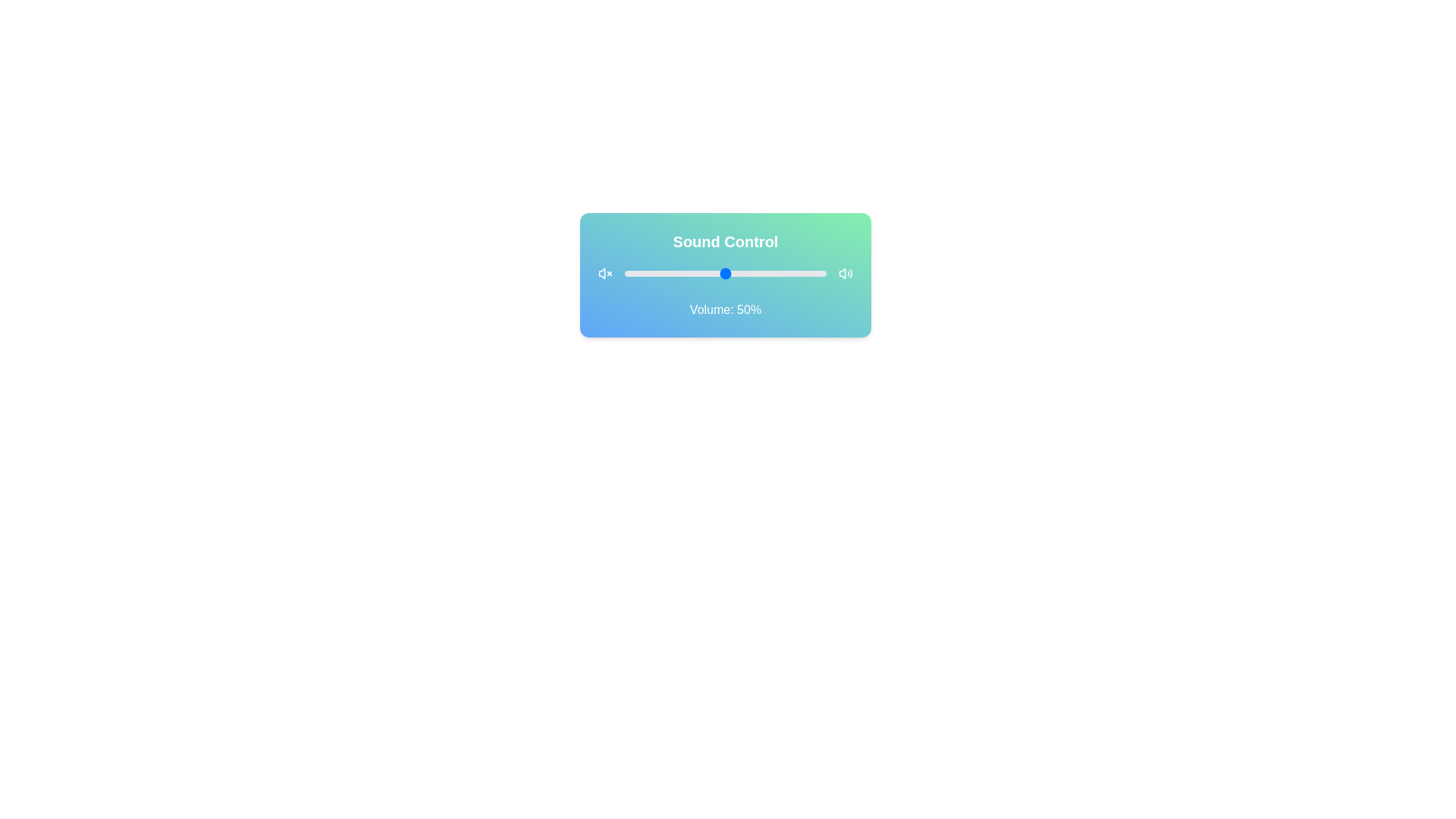  I want to click on the volume, so click(667, 274).